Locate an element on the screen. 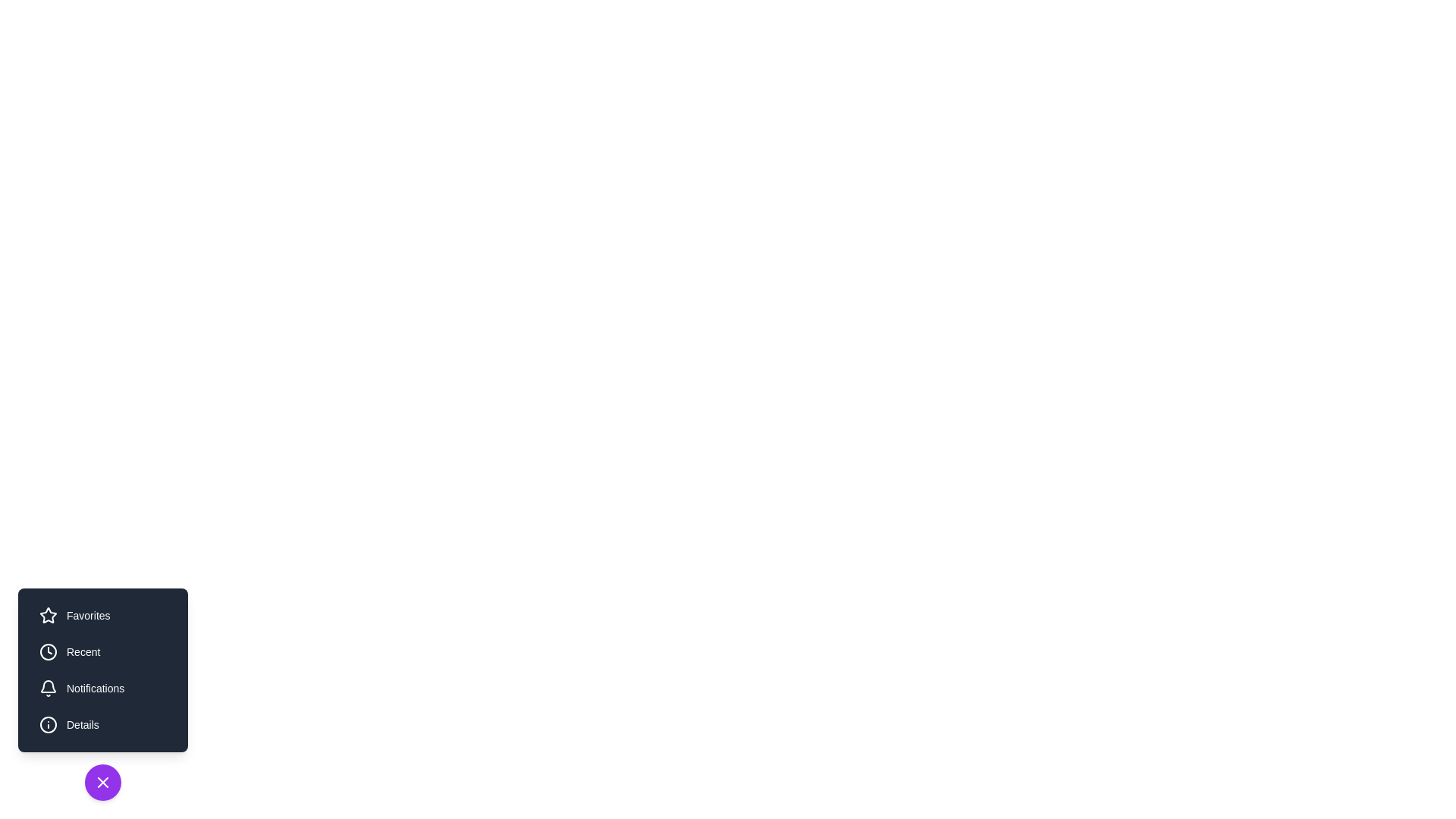 The height and width of the screenshot is (819, 1456). the floating action button to toggle the utility menu is located at coordinates (102, 783).